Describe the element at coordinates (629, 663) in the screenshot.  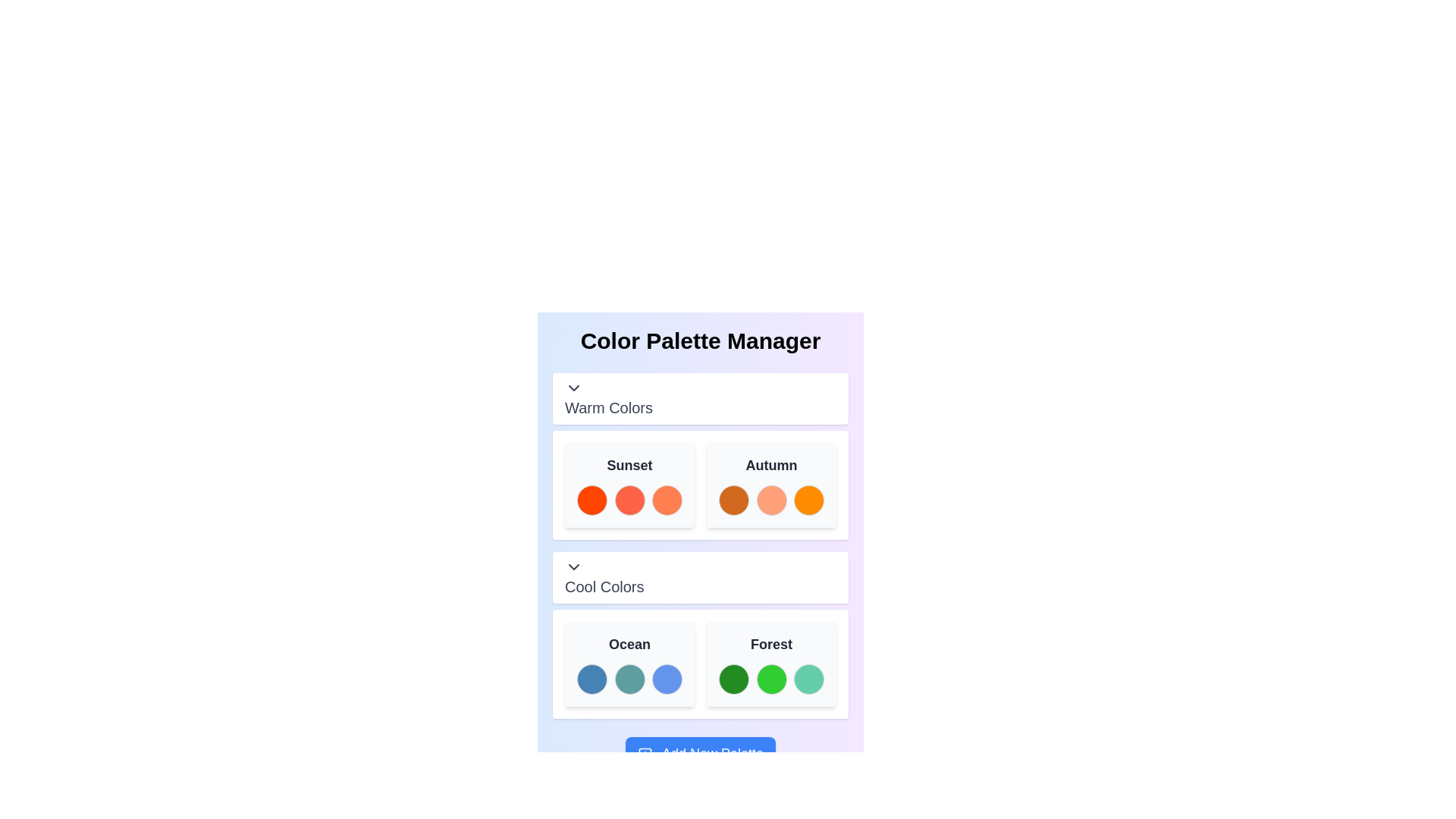
I see `the 'Ocean' color palette box within the 'Cool Colors' section of the 'Color Palette Manager' interface` at that location.